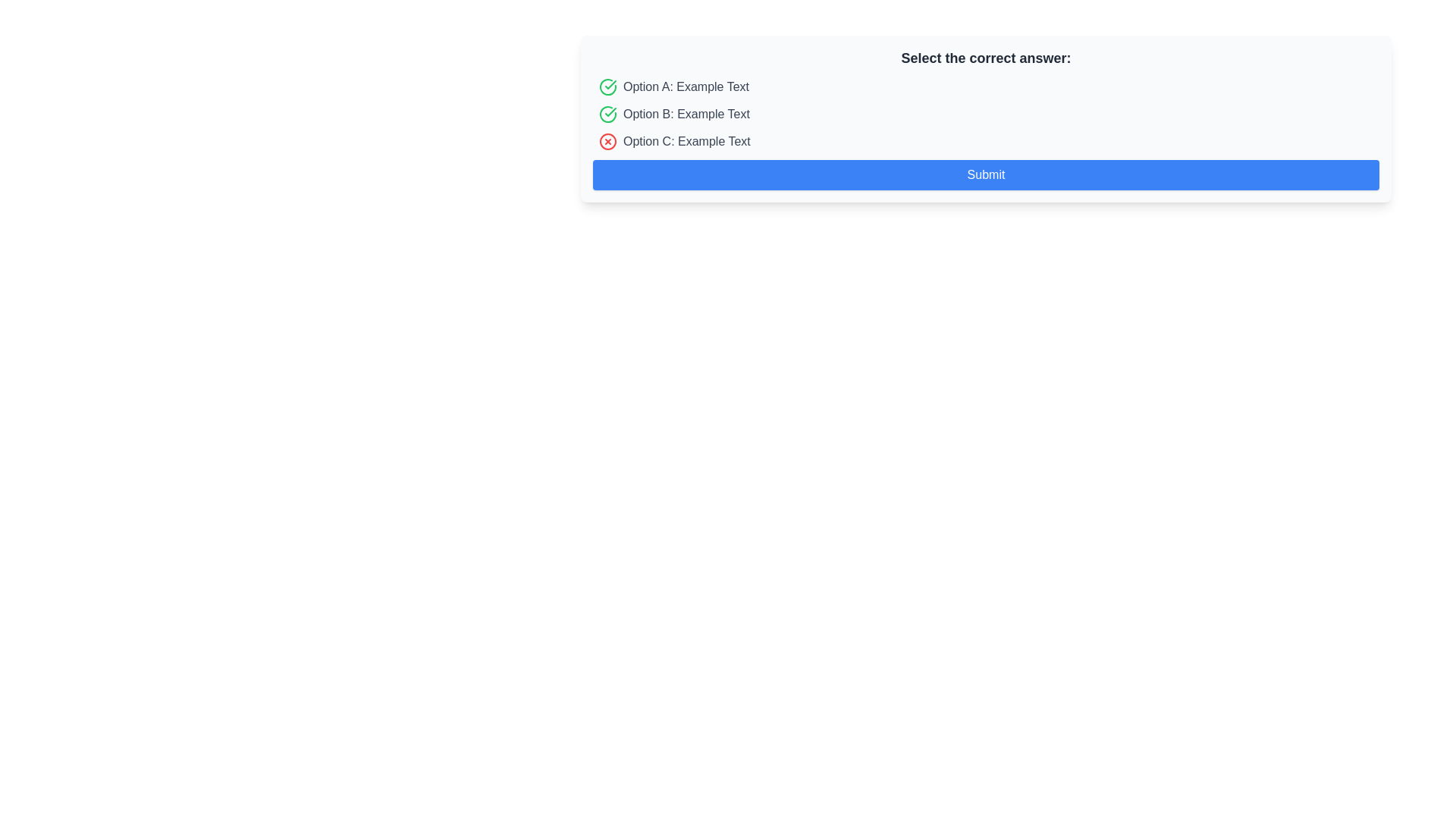 This screenshot has height=819, width=1456. Describe the element at coordinates (607, 87) in the screenshot. I see `the circular segment of the green check mark icon, which is part of an SVG graphic located above the text 'Option B: Example Text'` at that location.